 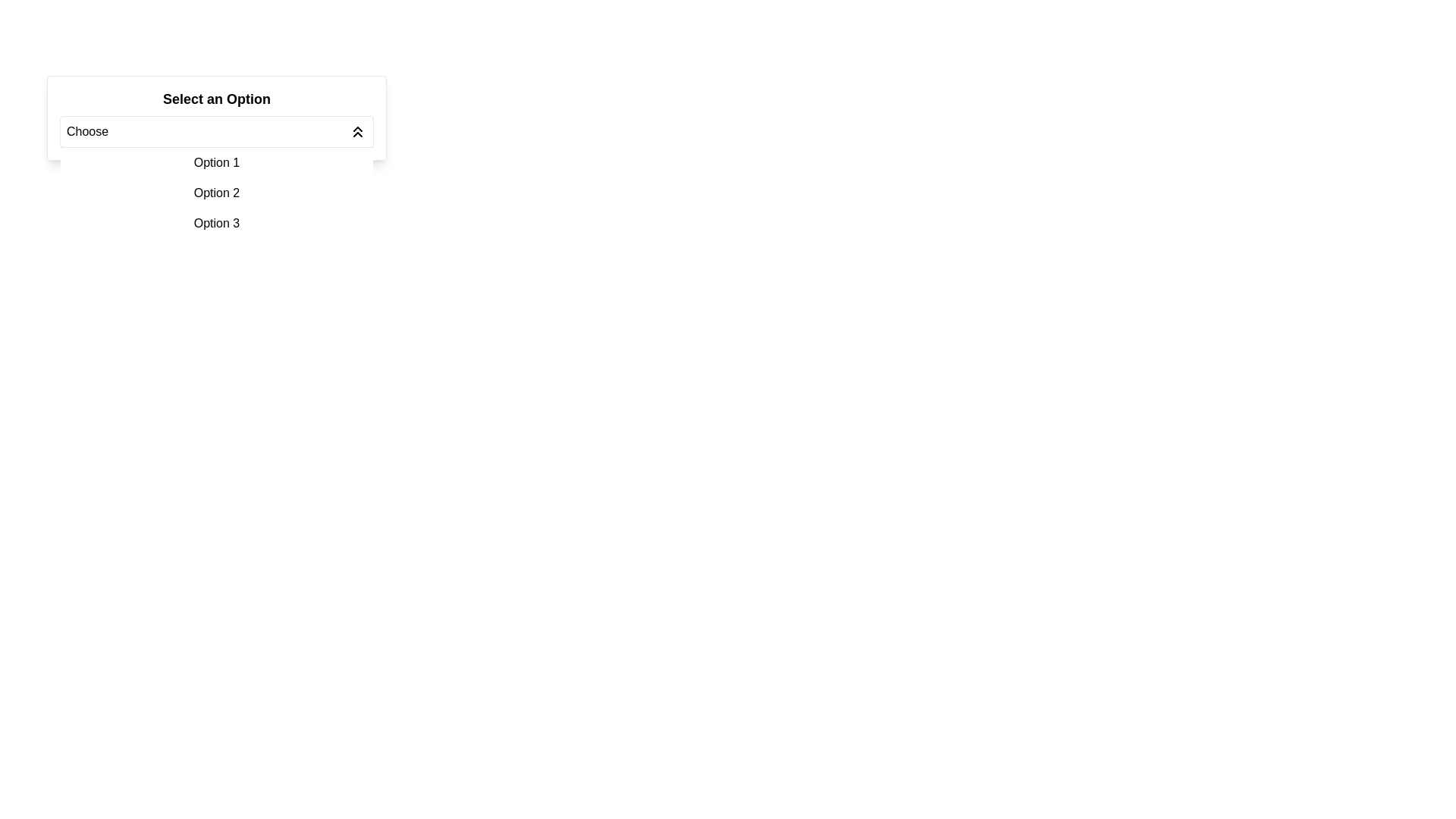 I want to click on the static text label that reads 'Select an Option', which is styled with a moderately large font size, bold styling, and black color, located above the dropdown button labeled 'Choose', so click(x=216, y=99).